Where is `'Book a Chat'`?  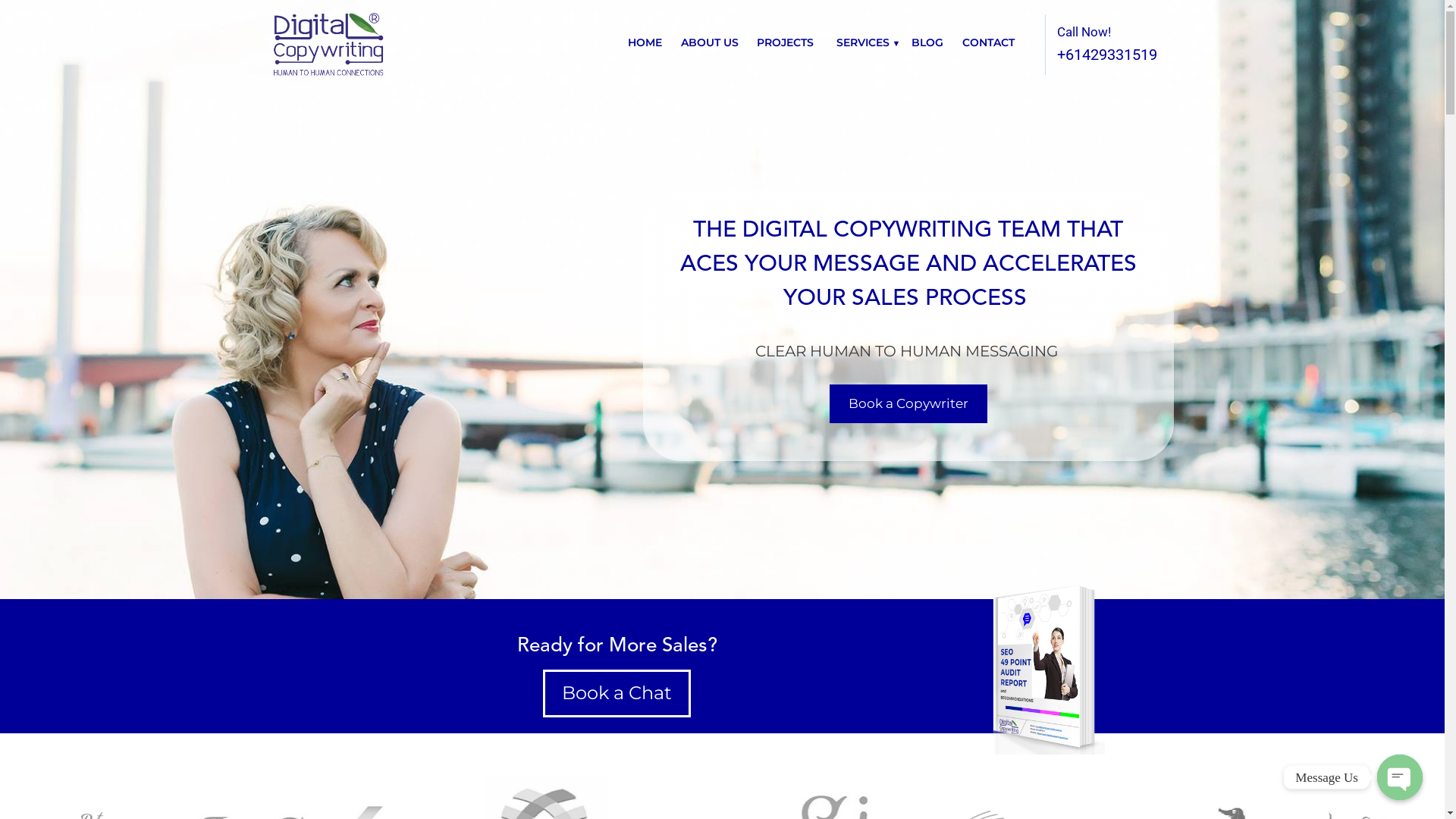
'Book a Chat' is located at coordinates (542, 693).